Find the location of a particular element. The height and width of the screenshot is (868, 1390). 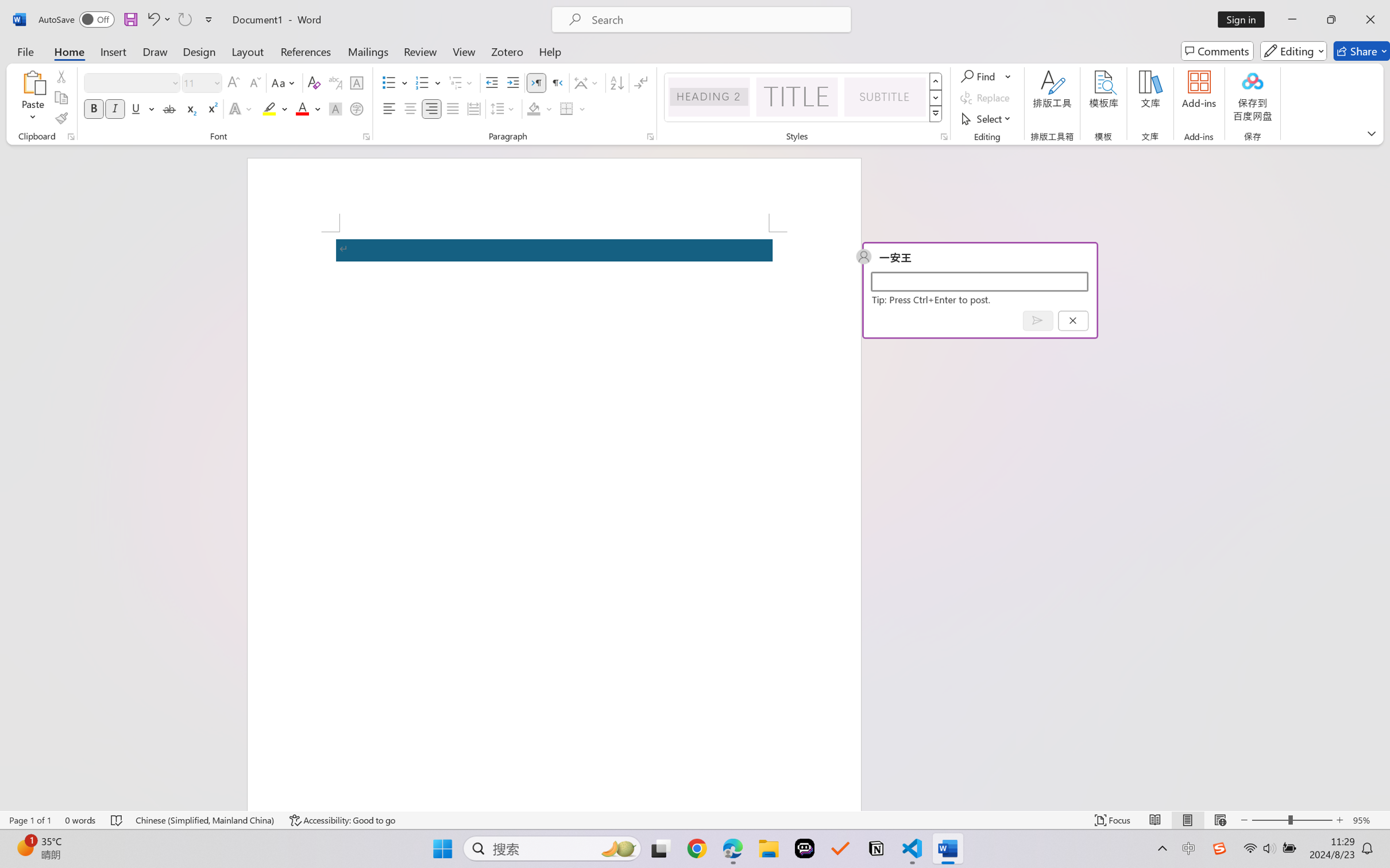

'Undo' is located at coordinates (152, 19).